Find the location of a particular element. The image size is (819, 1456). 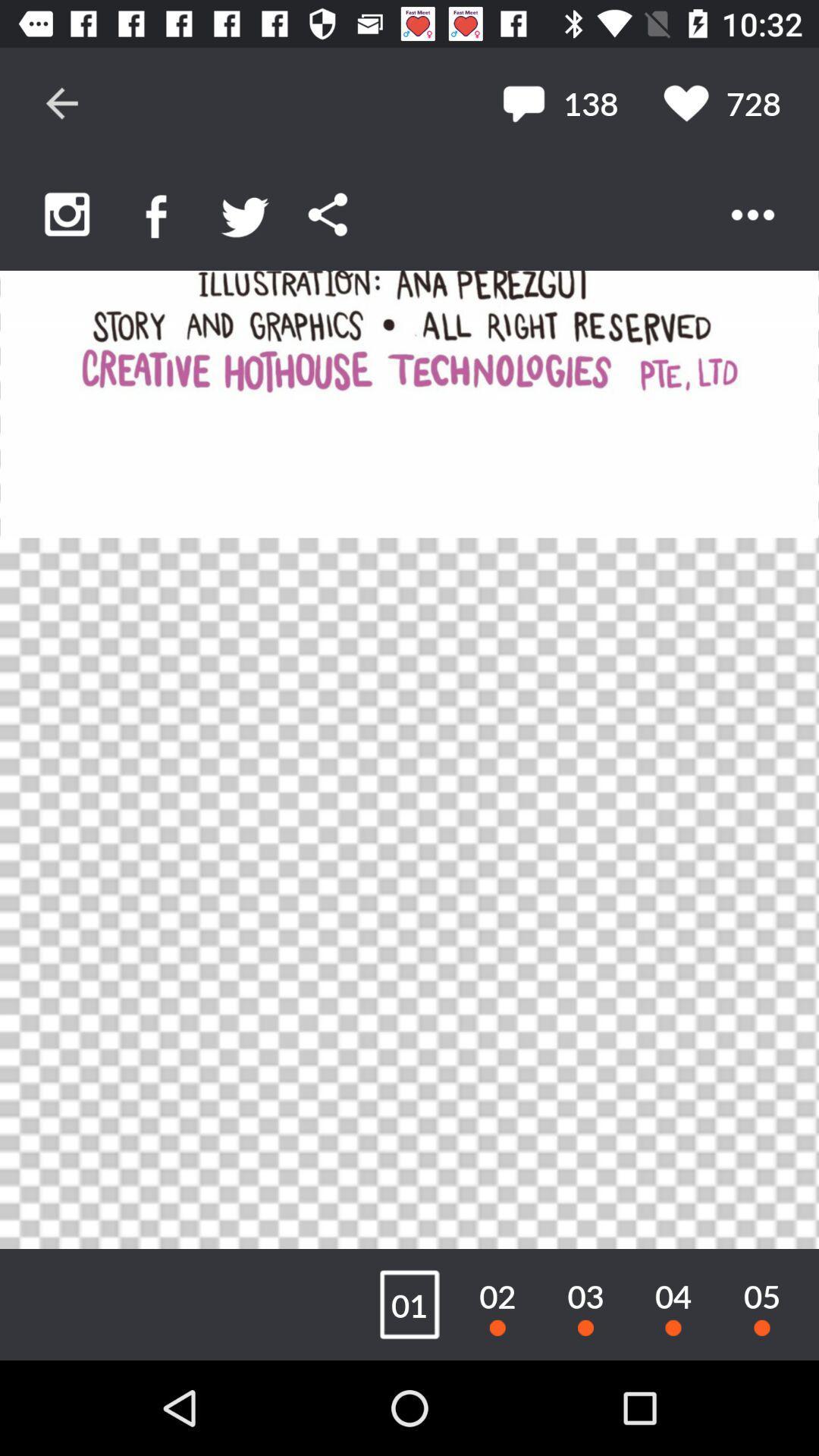

share on twitter is located at coordinates (244, 214).